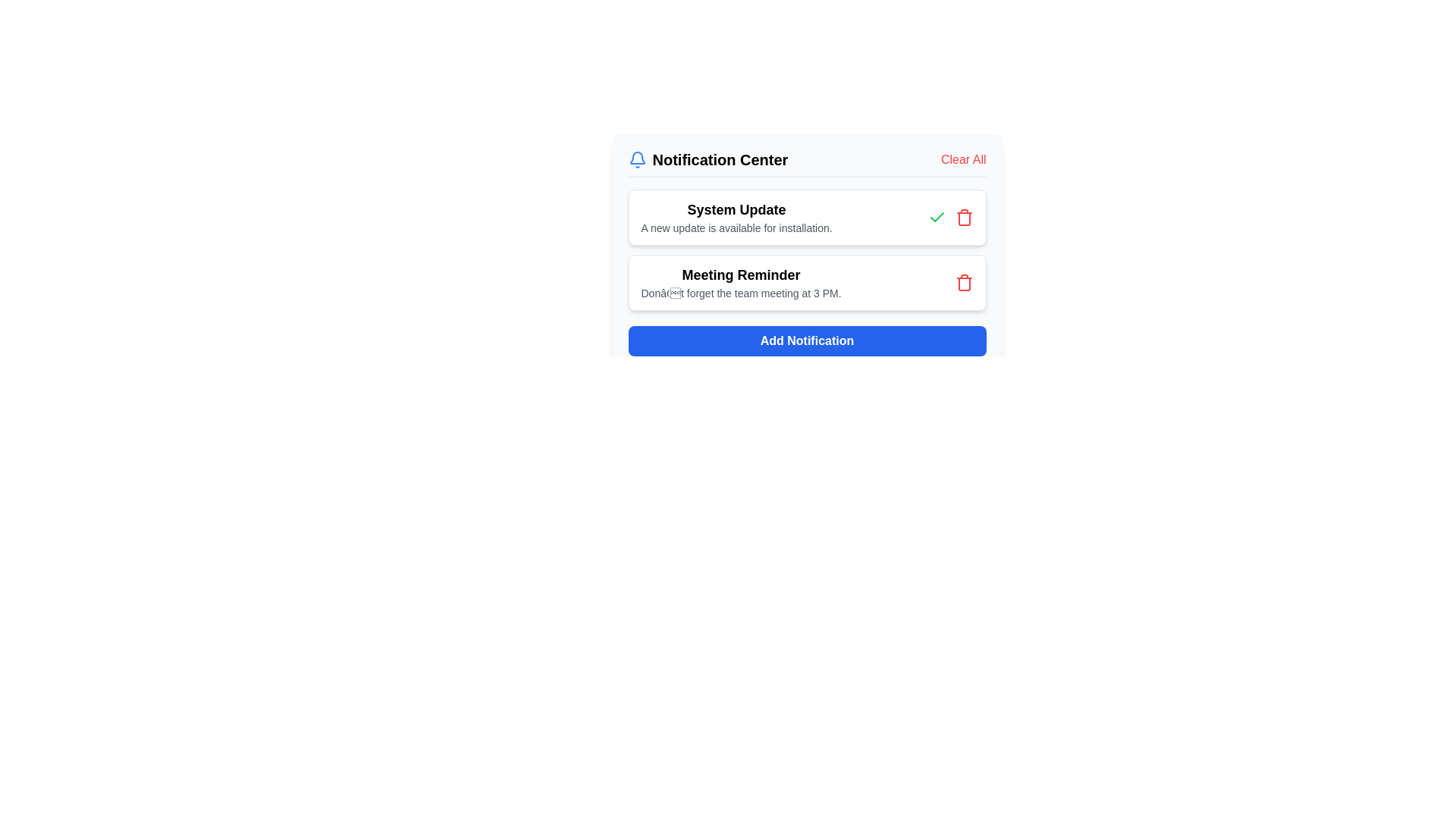 This screenshot has width=1456, height=819. What do you see at coordinates (736, 210) in the screenshot?
I see `the bold text label reading 'System Update' located in the Notification Center, which serves as a title for a notification` at bounding box center [736, 210].